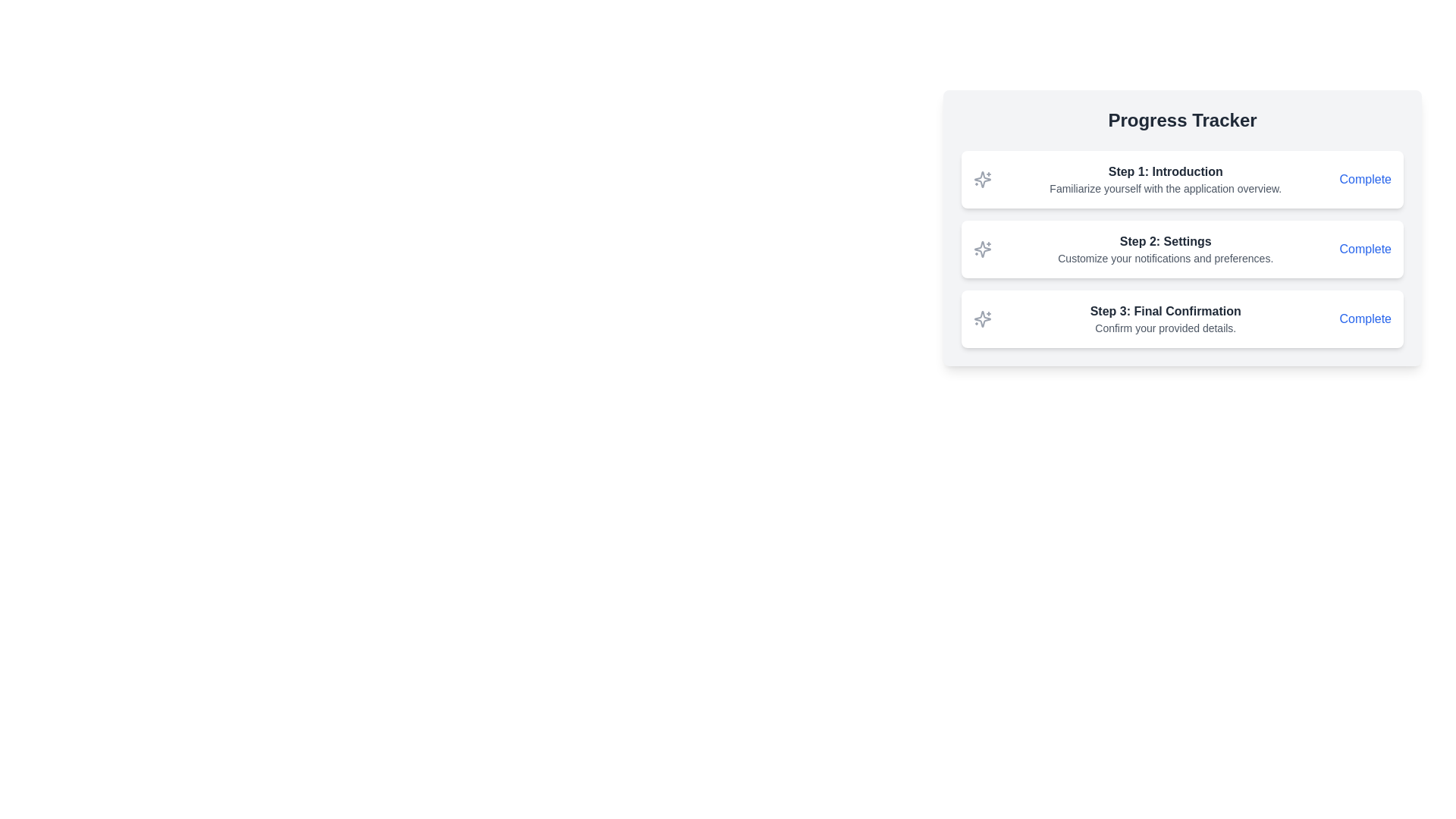  I want to click on instructional text in the third card of the progress tracker, which guides users through the confirmation phase of the process, so click(1165, 318).